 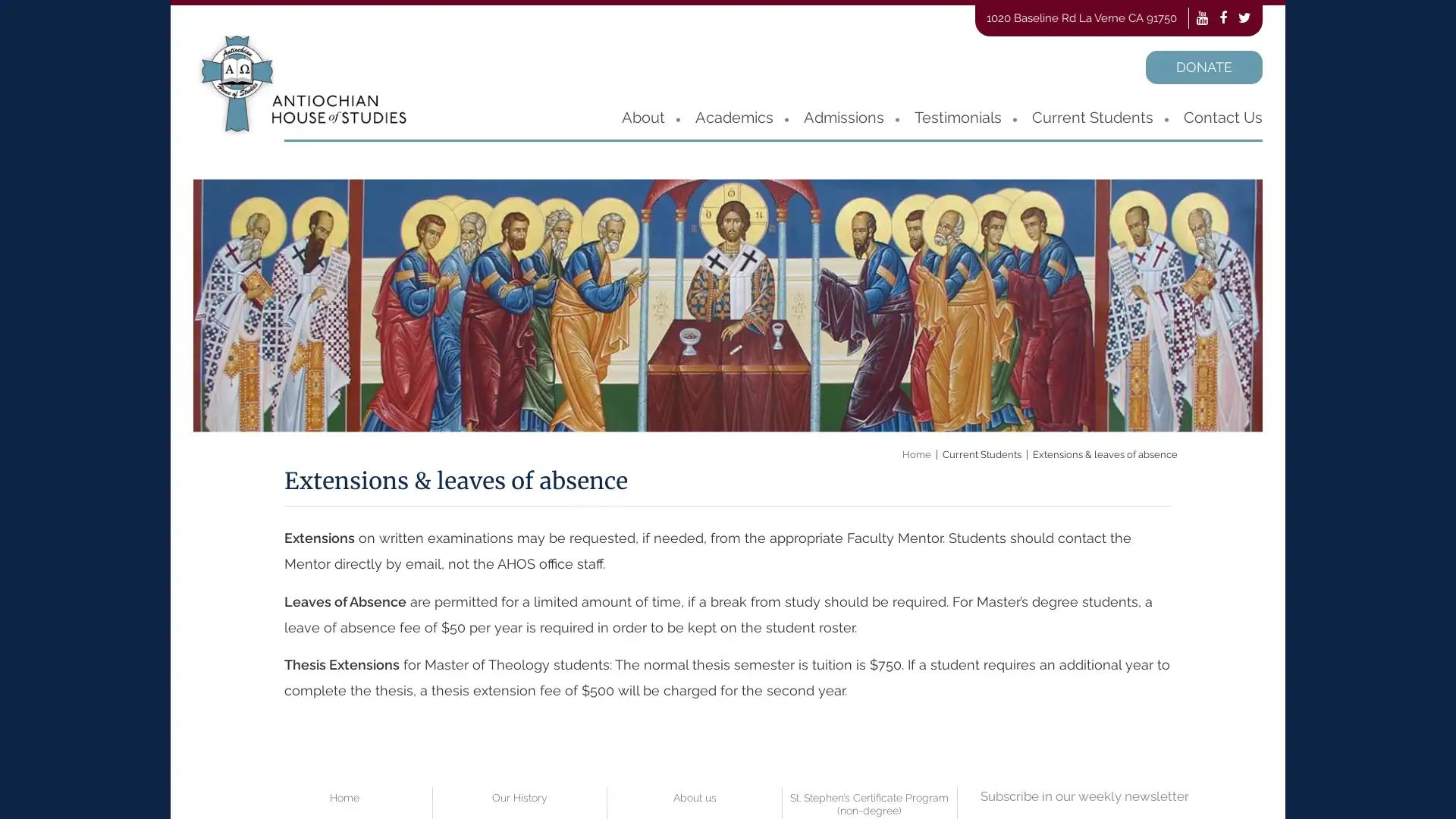 I want to click on DONATE, so click(x=1203, y=66).